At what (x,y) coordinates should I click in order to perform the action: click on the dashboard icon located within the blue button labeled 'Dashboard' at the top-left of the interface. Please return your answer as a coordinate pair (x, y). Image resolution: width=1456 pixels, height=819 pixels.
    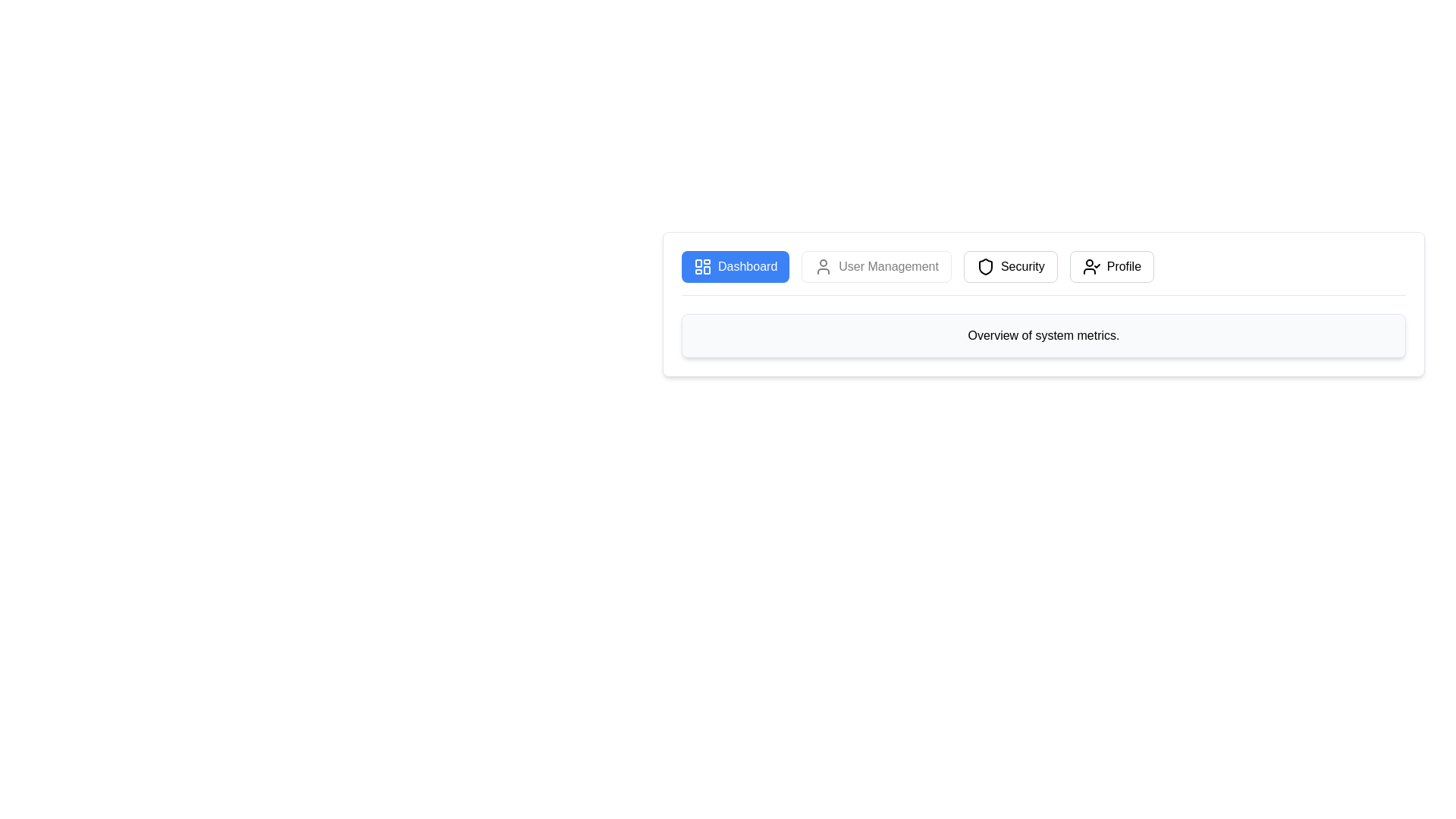
    Looking at the image, I should click on (701, 265).